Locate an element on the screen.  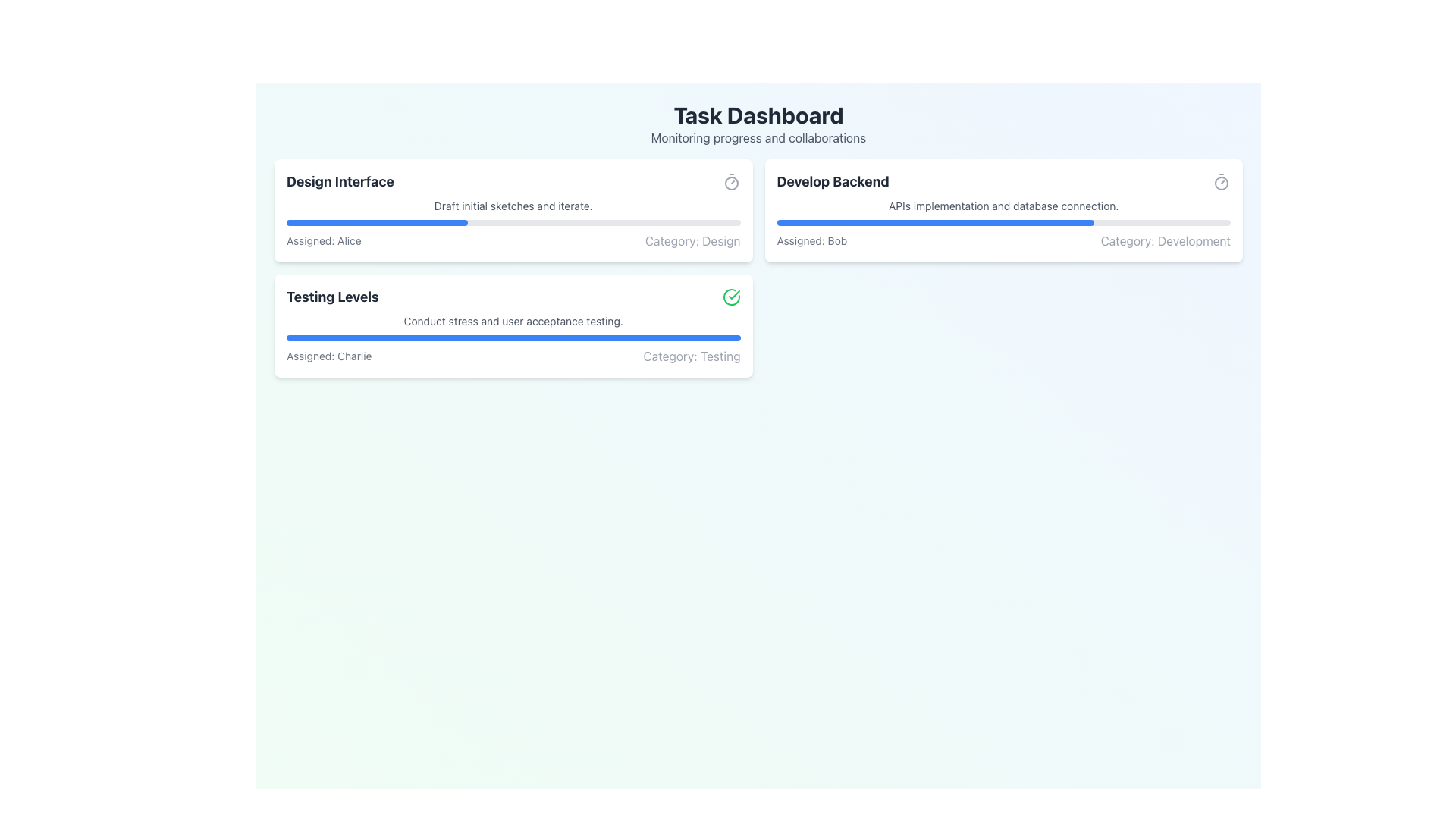
the progress bar value is located at coordinates (947, 222).